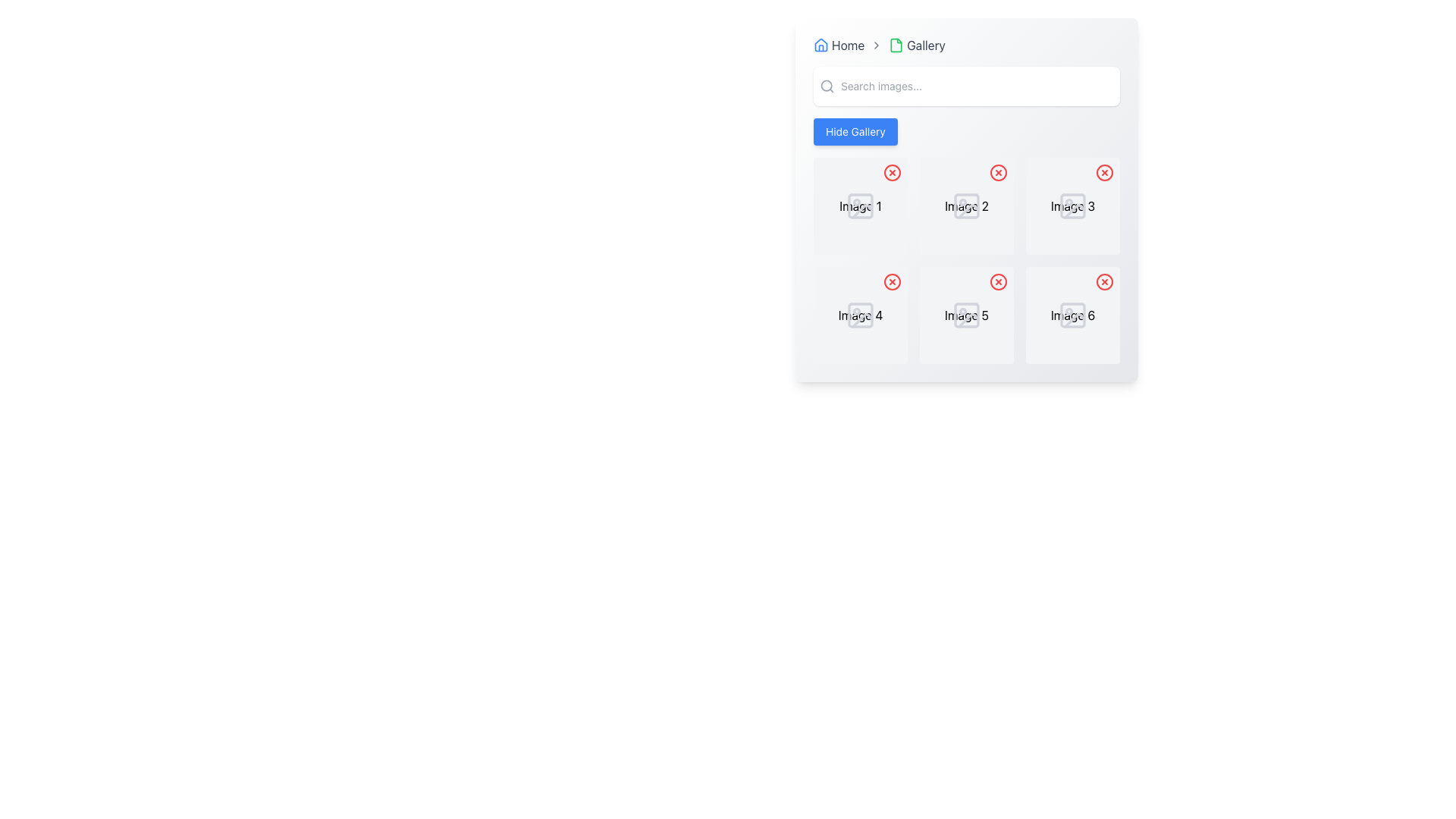  Describe the element at coordinates (966, 206) in the screenshot. I see `the rectangular SVG graphical element with rounded corners located in the upper-middle row of the grid layout of six images, specifically the second image placeholder` at that location.